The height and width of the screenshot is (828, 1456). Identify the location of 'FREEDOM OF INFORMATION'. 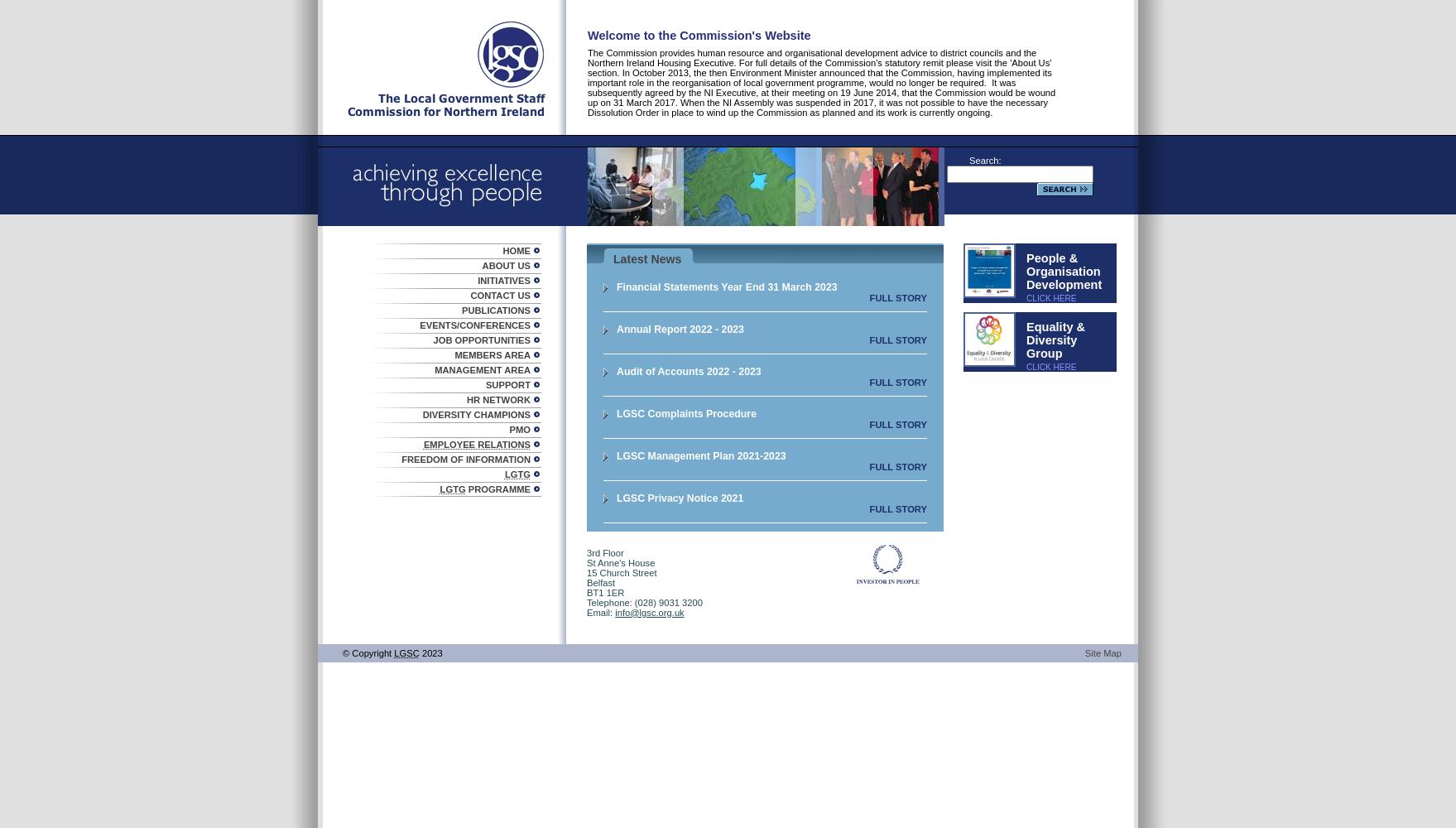
(465, 459).